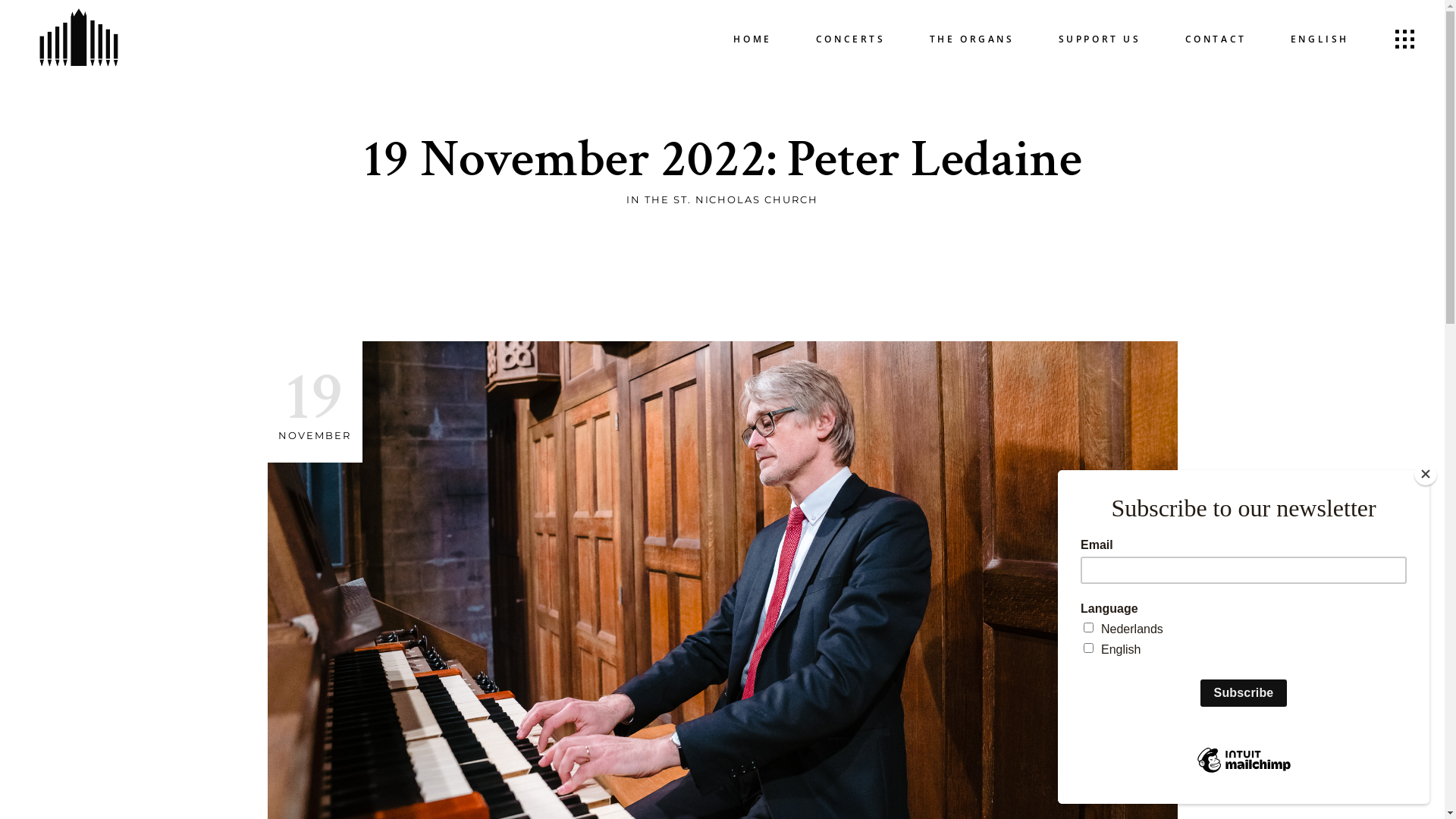  What do you see at coordinates (1100, 37) in the screenshot?
I see `'SUPPORT US'` at bounding box center [1100, 37].